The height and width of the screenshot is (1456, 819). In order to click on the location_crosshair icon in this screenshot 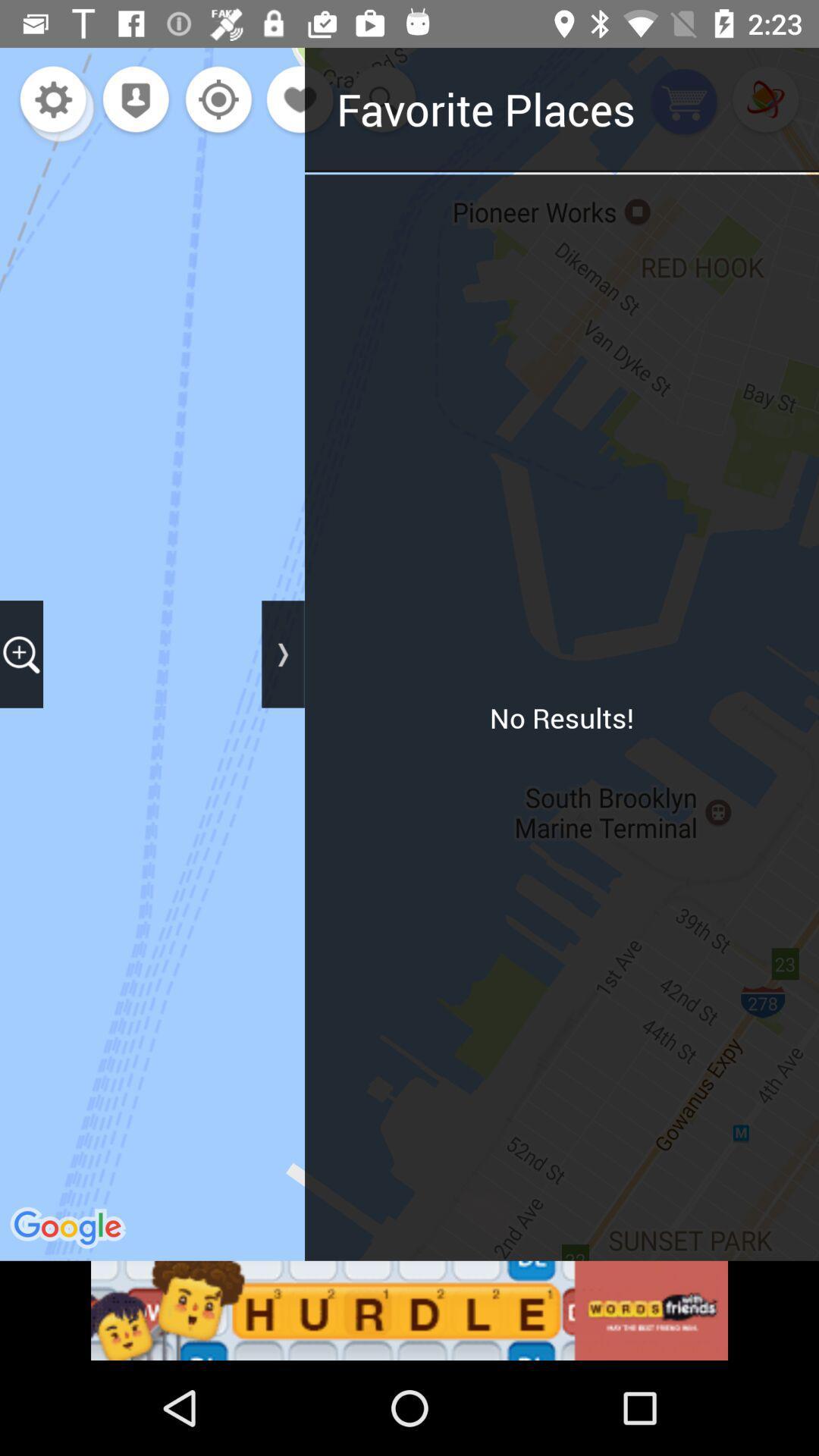, I will do `click(215, 100)`.